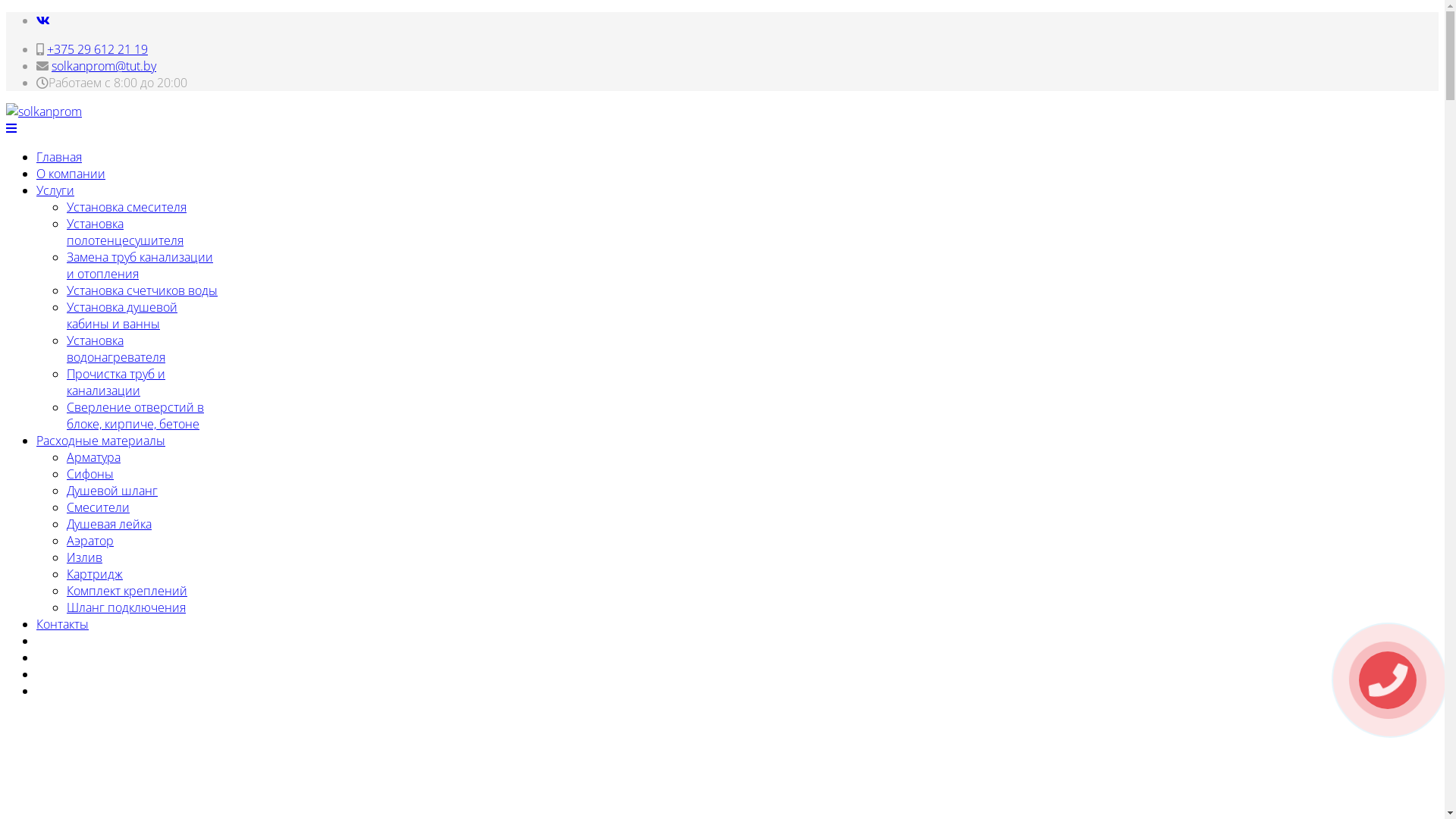 This screenshot has height=819, width=1456. I want to click on '+375 29 612 21 19', so click(96, 49).